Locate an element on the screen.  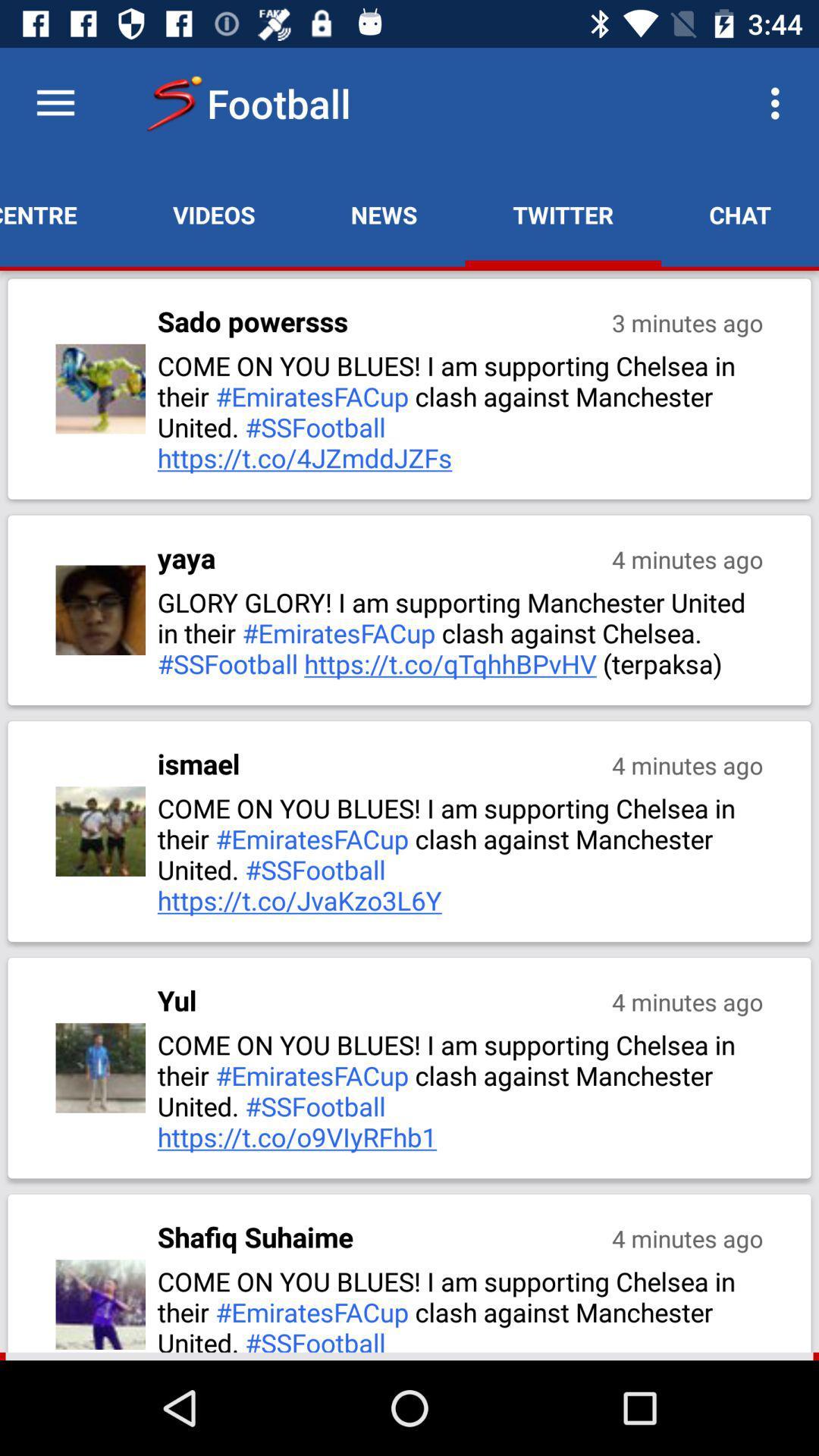
item above the sado powersss item is located at coordinates (214, 214).